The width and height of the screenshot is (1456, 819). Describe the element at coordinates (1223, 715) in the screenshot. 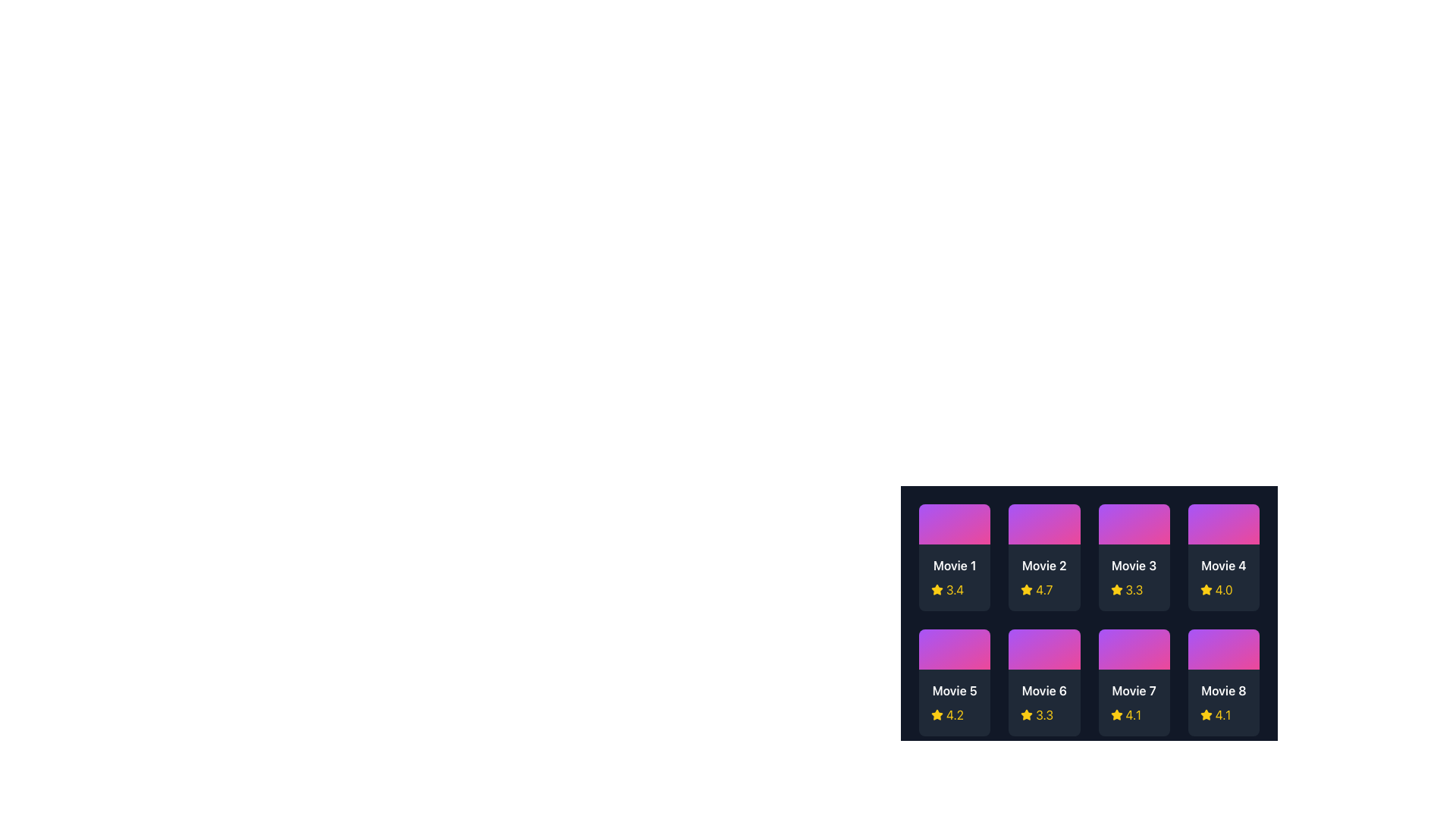

I see `the numeric value '4.1' displayed in the Rating component located at the bottom-right of the 'Movie 8' card` at that location.